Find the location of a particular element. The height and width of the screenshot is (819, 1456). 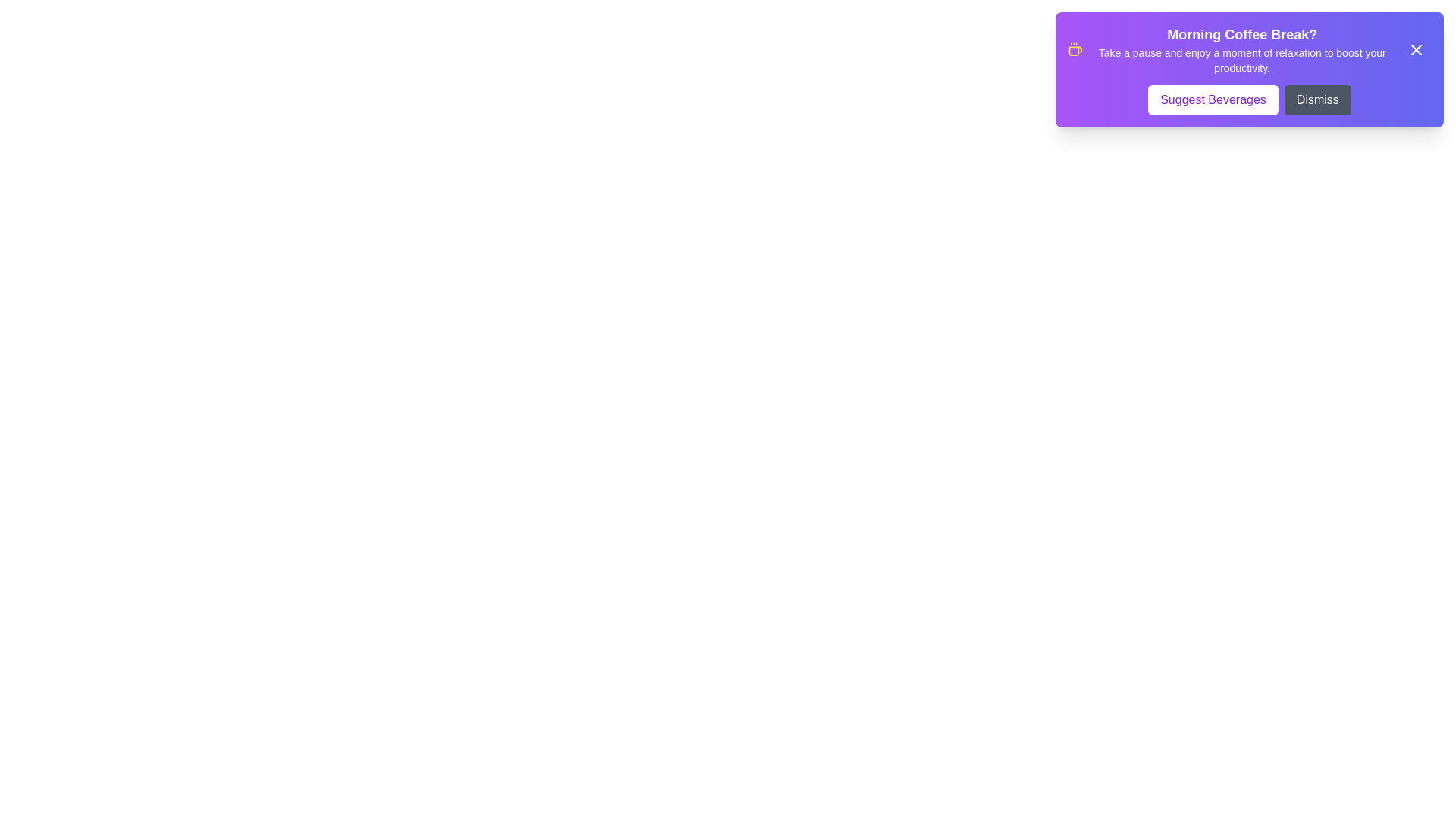

the 'Dismiss' button to observe its hover effect is located at coordinates (1316, 99).